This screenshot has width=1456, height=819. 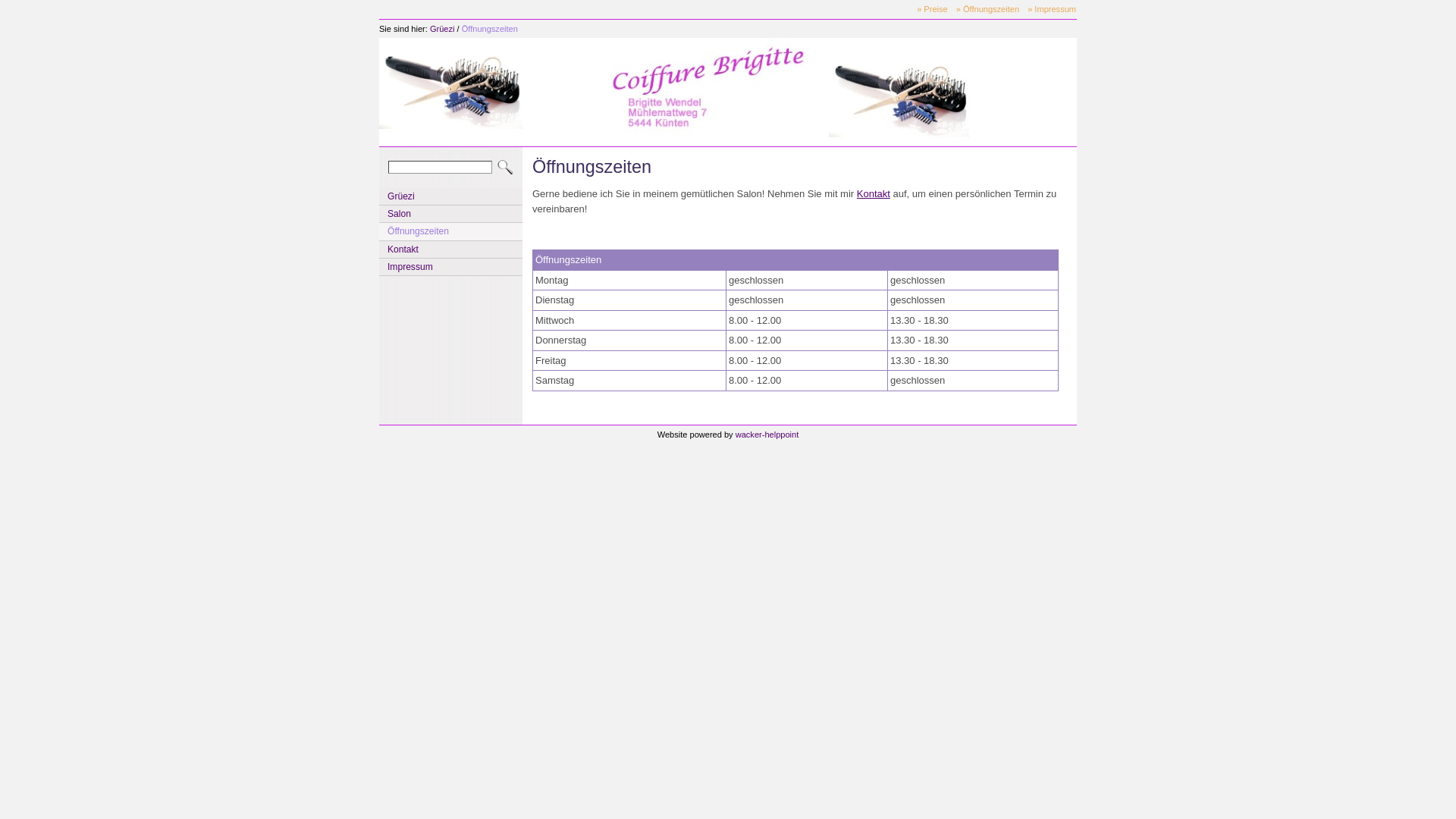 What do you see at coordinates (379, 248) in the screenshot?
I see `'Kontakt'` at bounding box center [379, 248].